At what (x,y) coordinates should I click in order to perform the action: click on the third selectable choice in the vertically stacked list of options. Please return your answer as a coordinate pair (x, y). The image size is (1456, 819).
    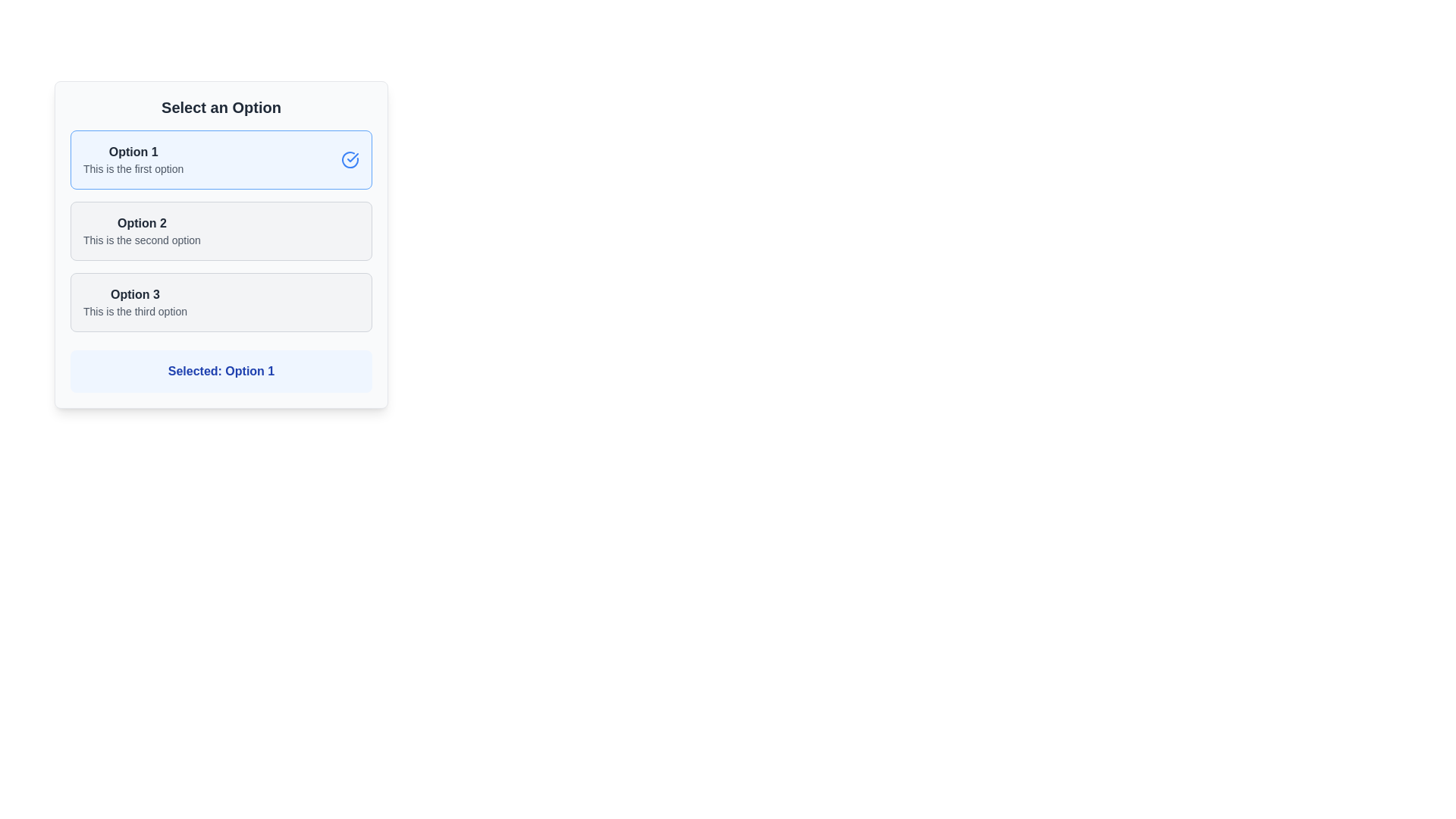
    Looking at the image, I should click on (135, 302).